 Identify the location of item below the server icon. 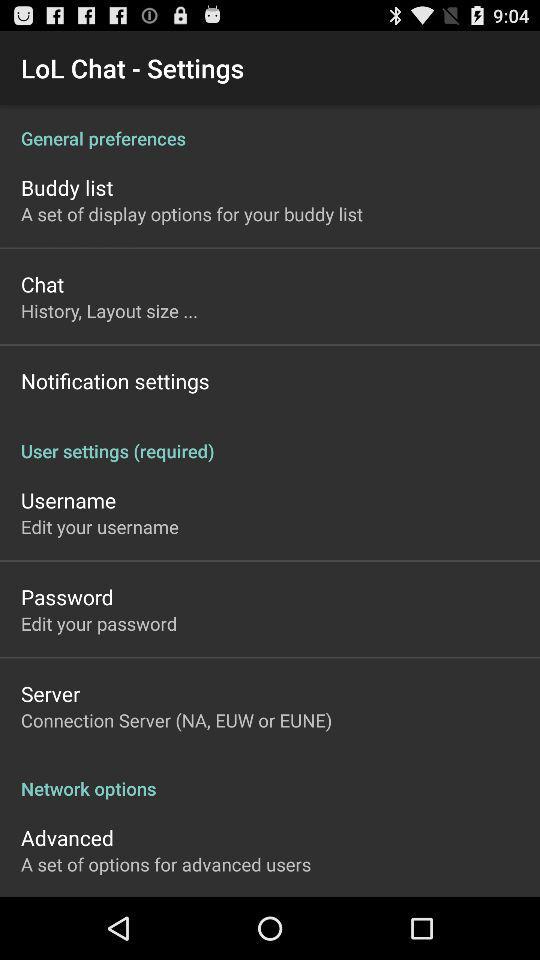
(176, 720).